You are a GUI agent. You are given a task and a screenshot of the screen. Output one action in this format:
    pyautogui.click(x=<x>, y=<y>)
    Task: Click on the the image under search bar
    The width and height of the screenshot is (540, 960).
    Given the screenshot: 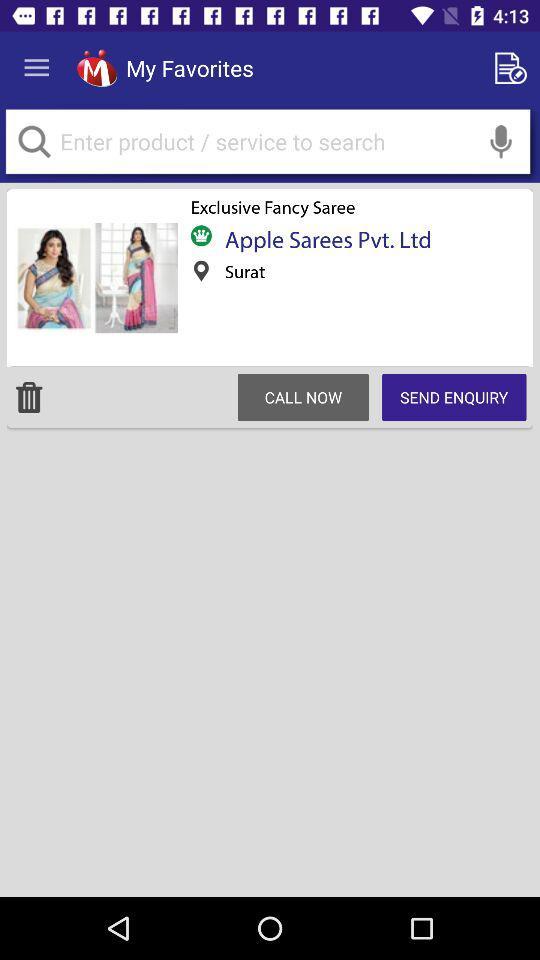 What is the action you would take?
    pyautogui.click(x=95, y=277)
    